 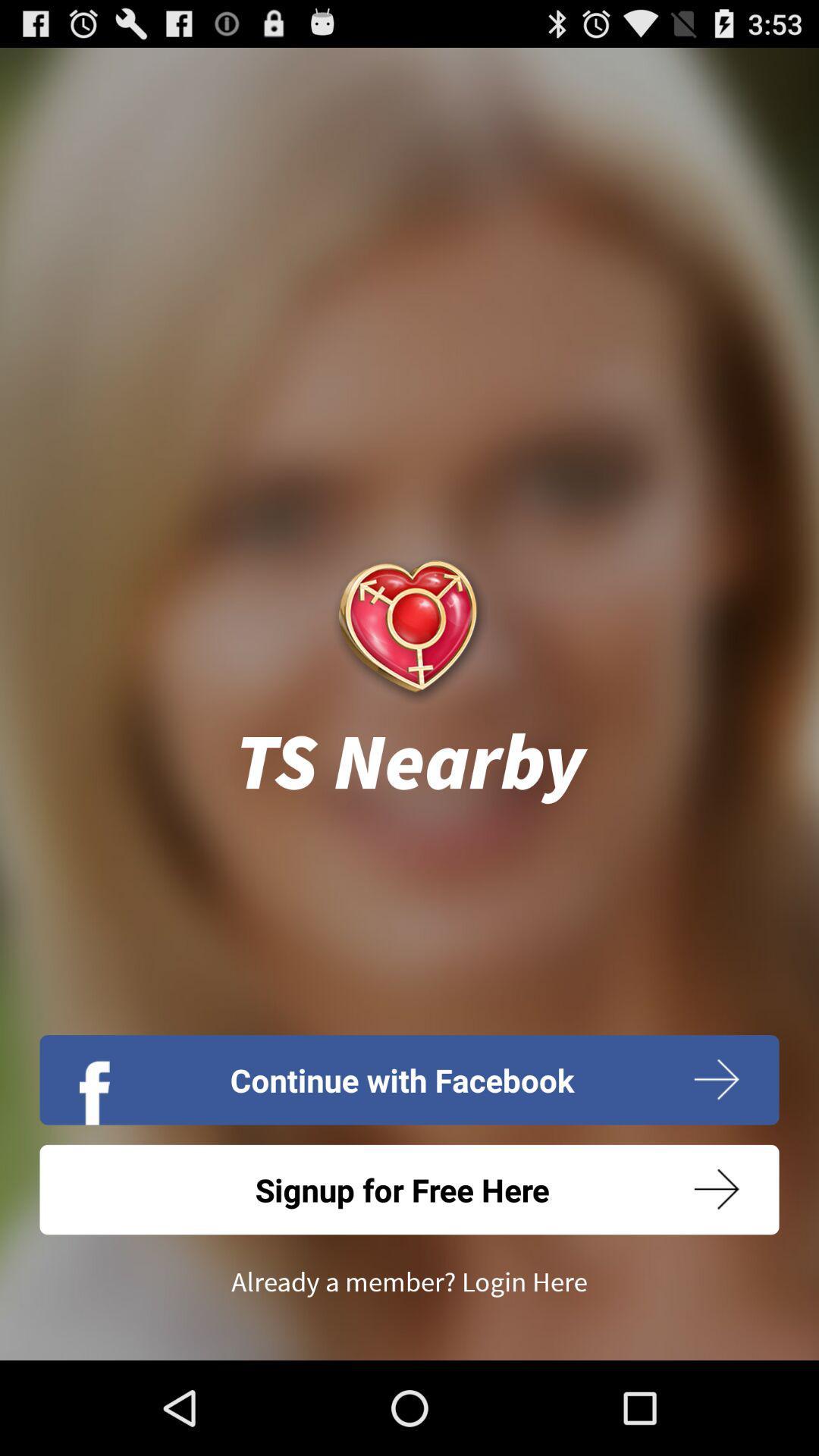 I want to click on the app above the already a member icon, so click(x=409, y=1189).